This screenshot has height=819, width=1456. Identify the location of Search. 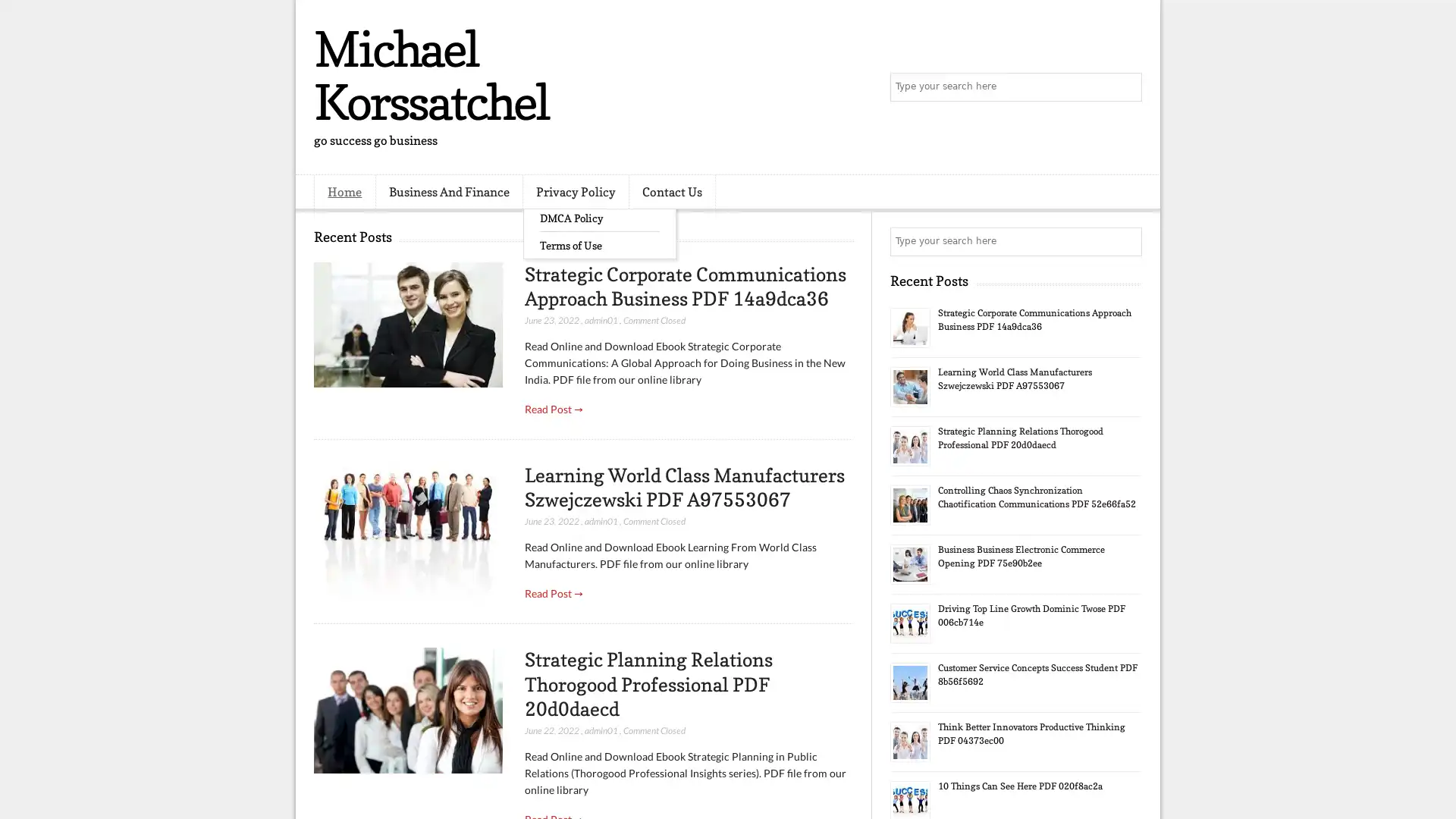
(1126, 241).